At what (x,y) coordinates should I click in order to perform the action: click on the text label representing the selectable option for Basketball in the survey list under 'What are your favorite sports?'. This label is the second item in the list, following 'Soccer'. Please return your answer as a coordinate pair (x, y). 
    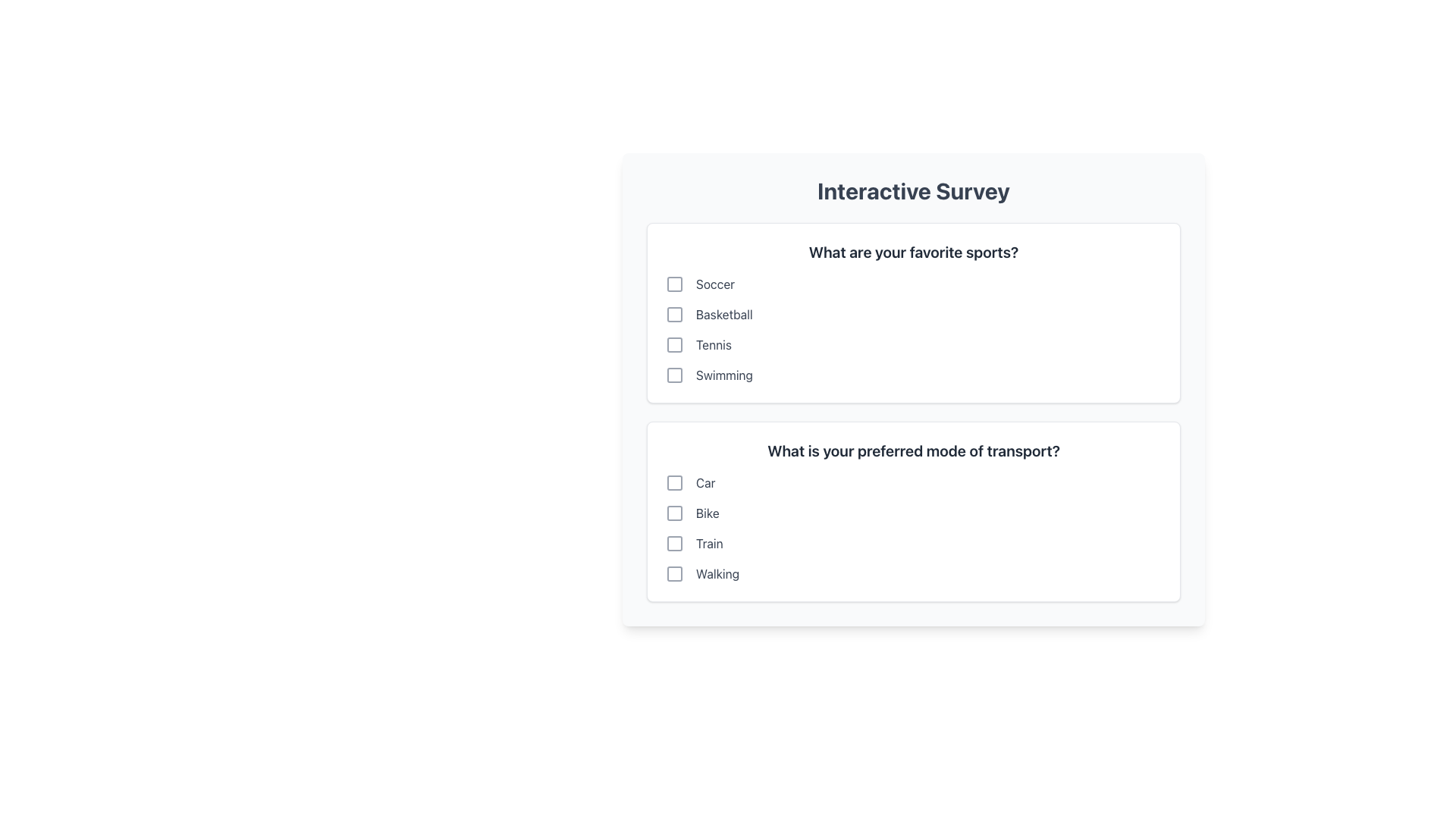
    Looking at the image, I should click on (723, 314).